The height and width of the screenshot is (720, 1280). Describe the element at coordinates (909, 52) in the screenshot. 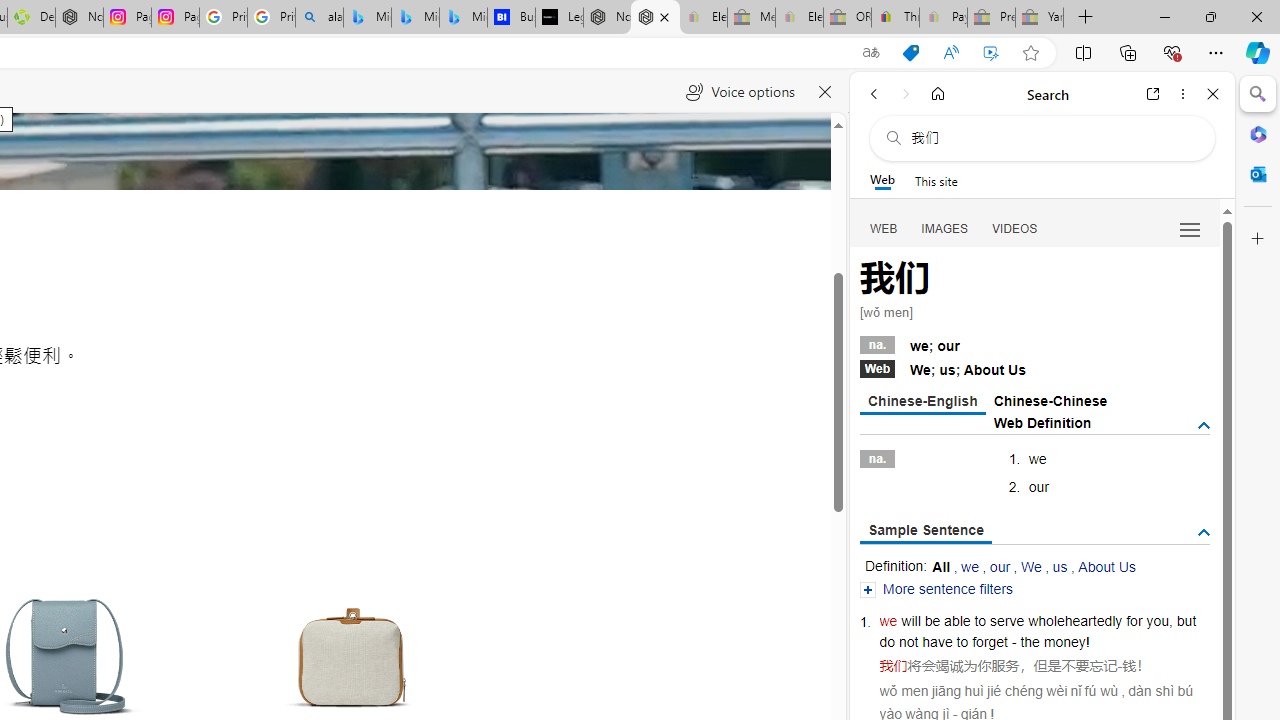

I see `'This site has coupons! Shopping in Microsoft Edge'` at that location.